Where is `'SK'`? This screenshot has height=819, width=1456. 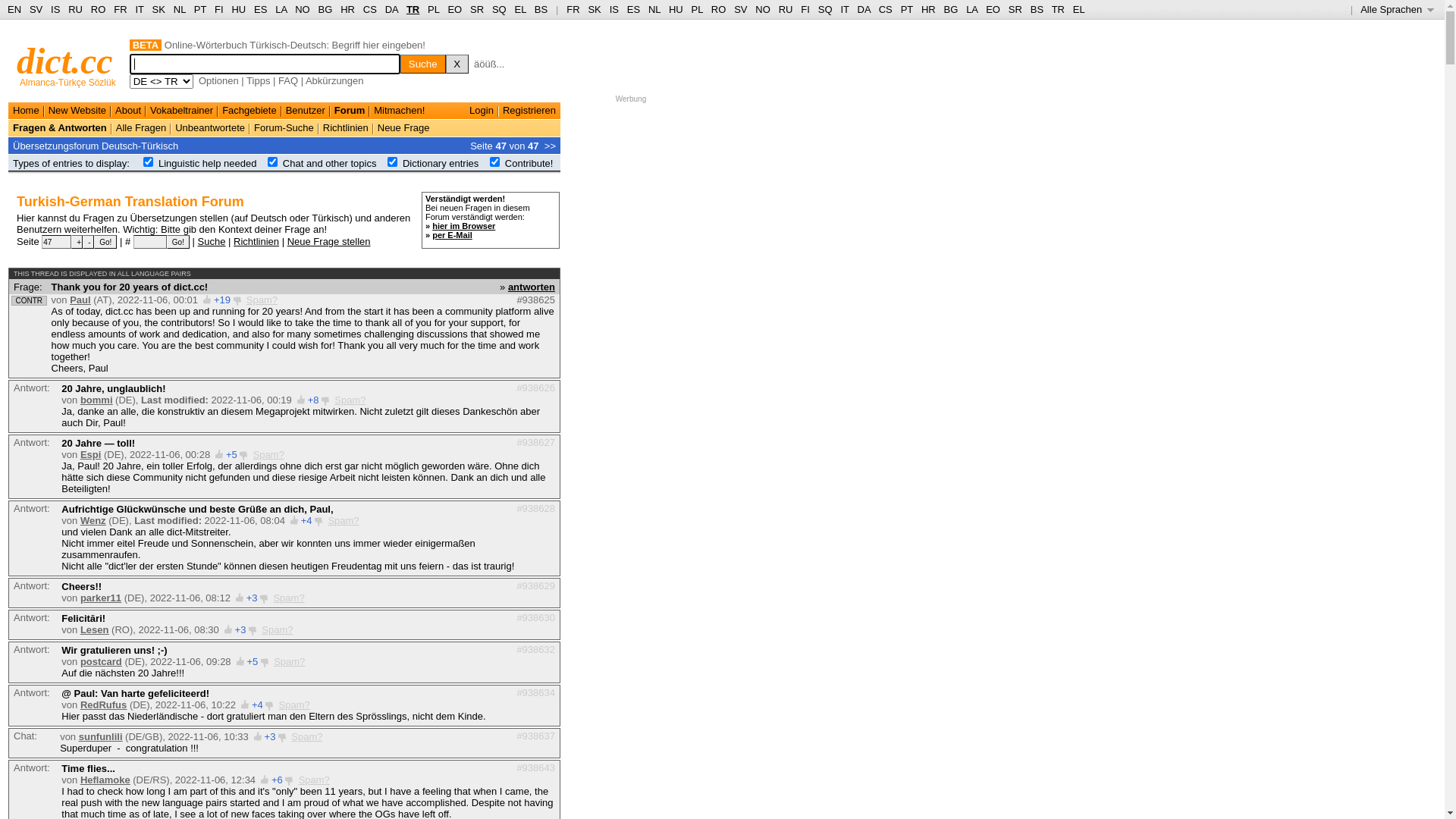 'SK' is located at coordinates (152, 9).